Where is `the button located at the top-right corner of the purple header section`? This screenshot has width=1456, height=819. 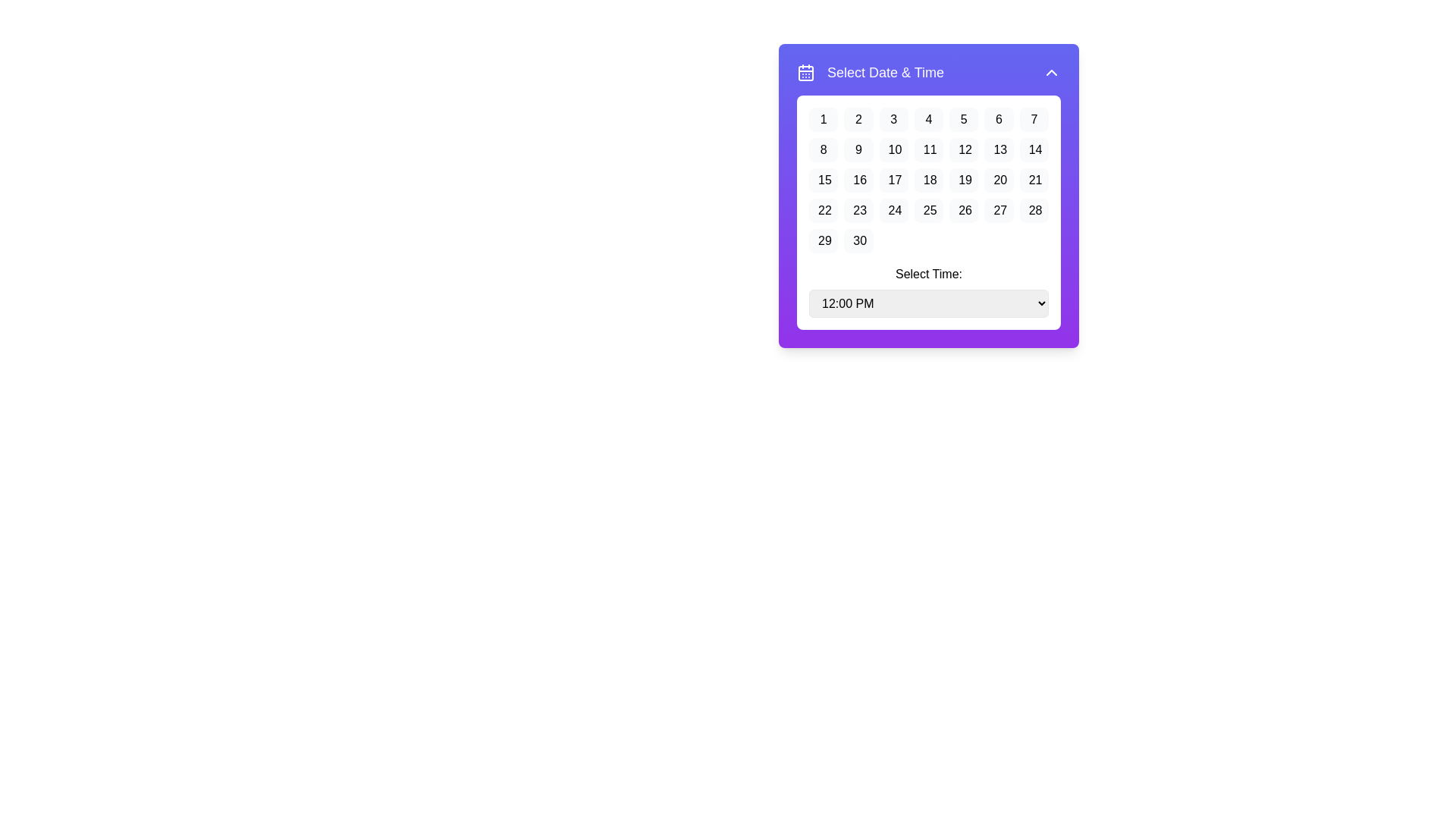
the button located at the top-right corner of the purple header section is located at coordinates (1051, 73).